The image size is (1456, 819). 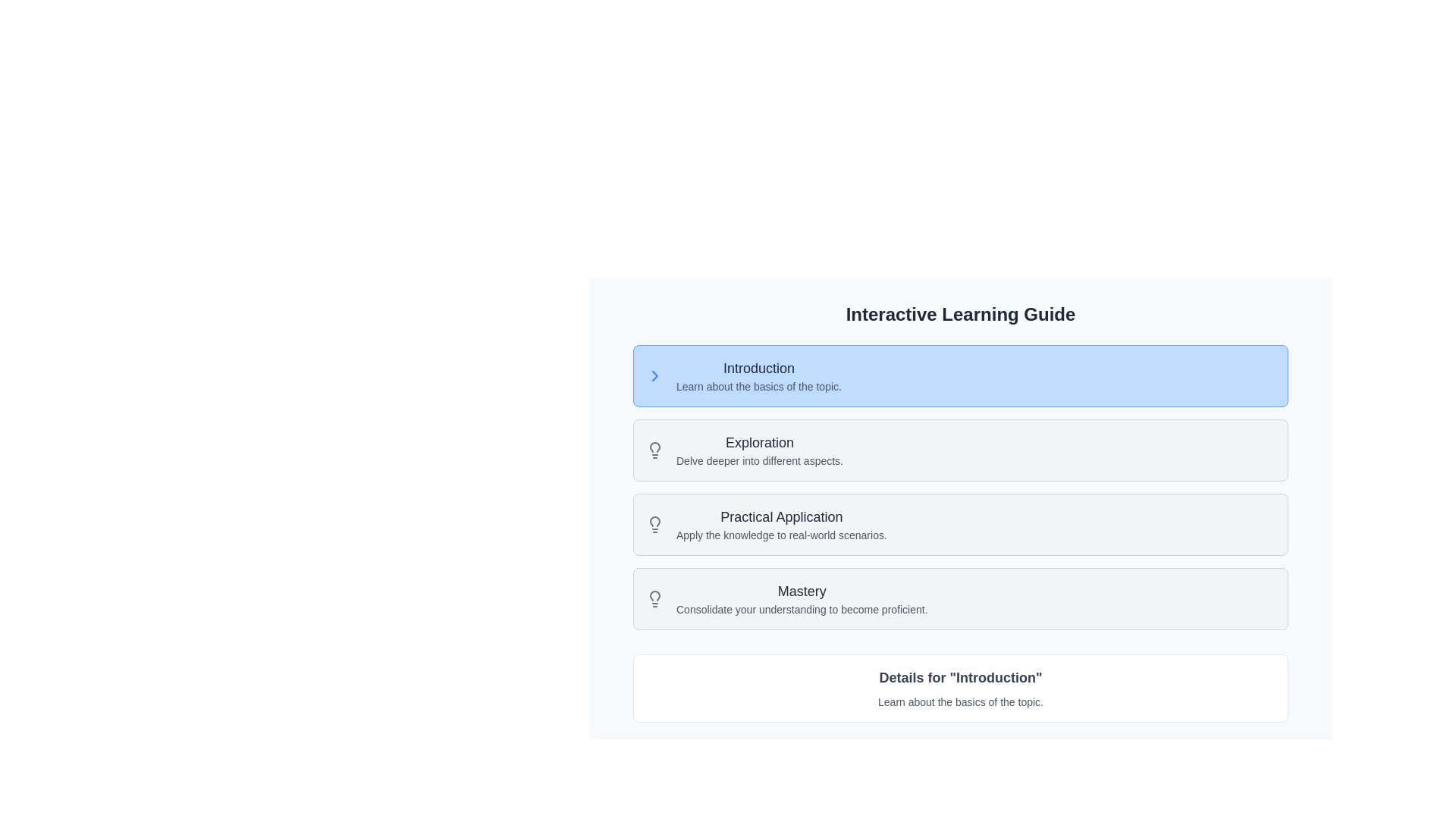 What do you see at coordinates (781, 516) in the screenshot?
I see `the 'Practical Application' text label, which is a prominently styled heading in dark gray color, located in the third section of a vertical list of labeled boxes` at bounding box center [781, 516].